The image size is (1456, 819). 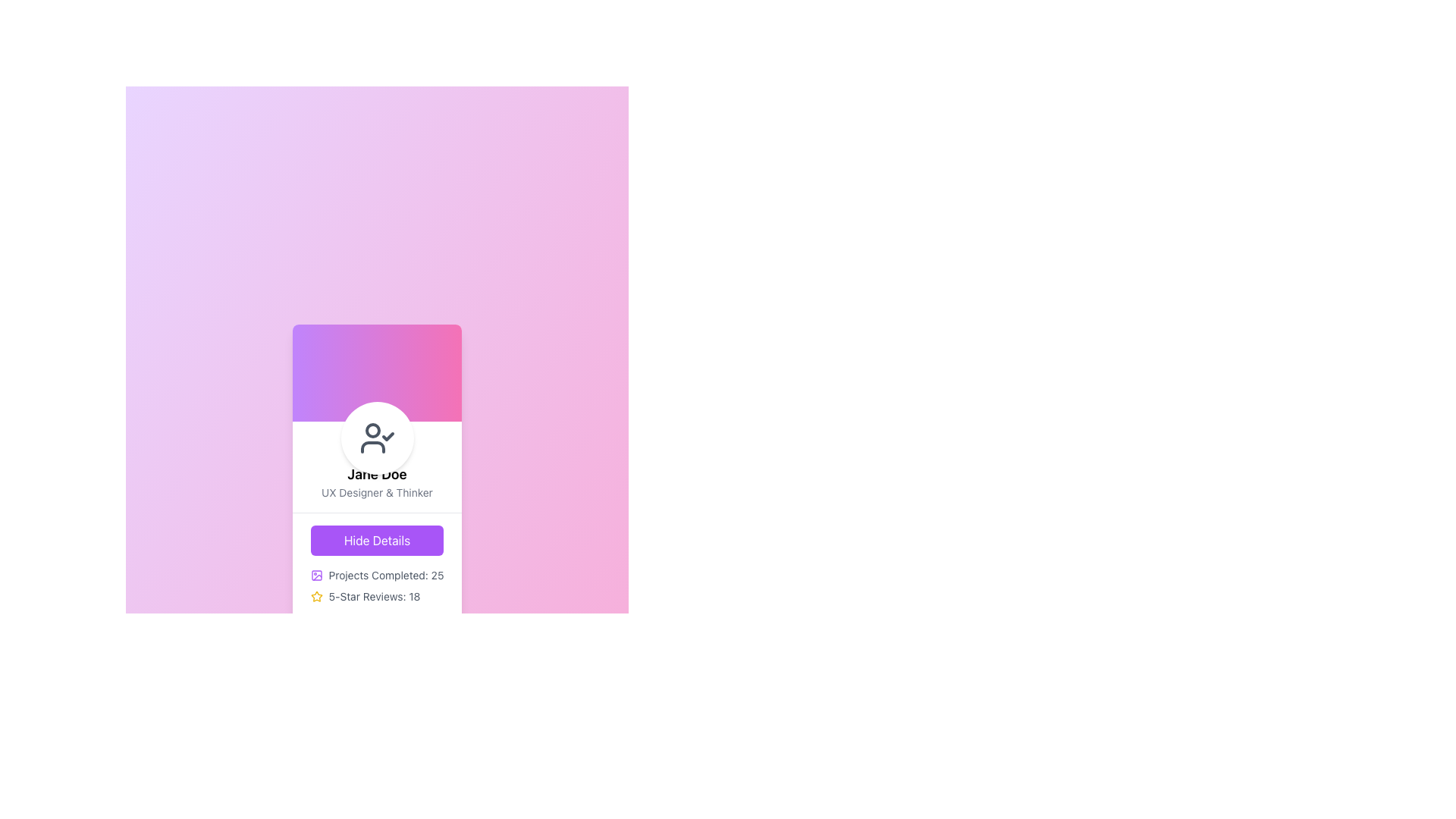 I want to click on the circular image holder containing a grey user icon with a checkmark, located at the top-center of Jane Doe's user profile card, so click(x=377, y=438).